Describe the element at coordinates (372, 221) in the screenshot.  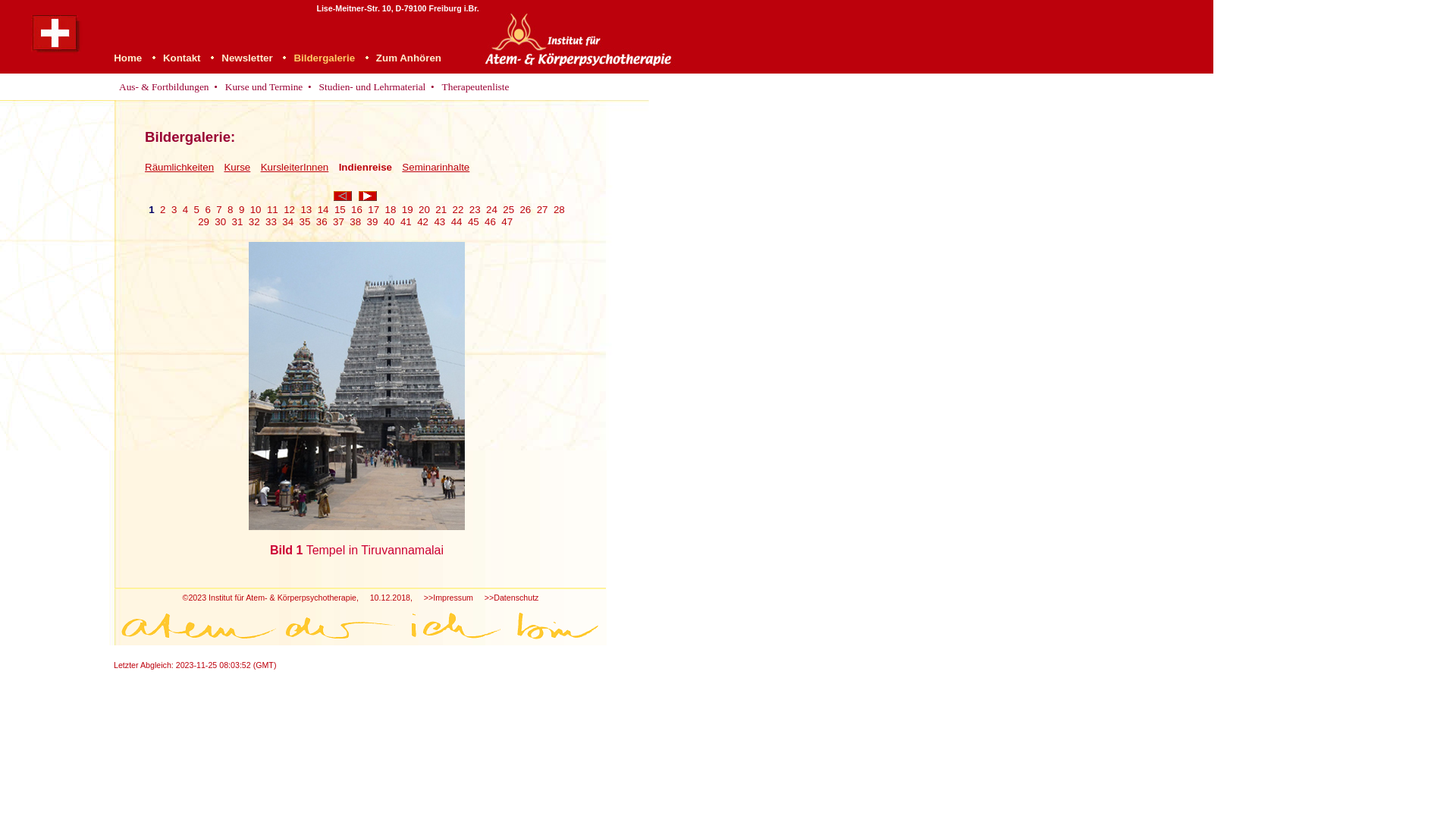
I see `'39'` at that location.